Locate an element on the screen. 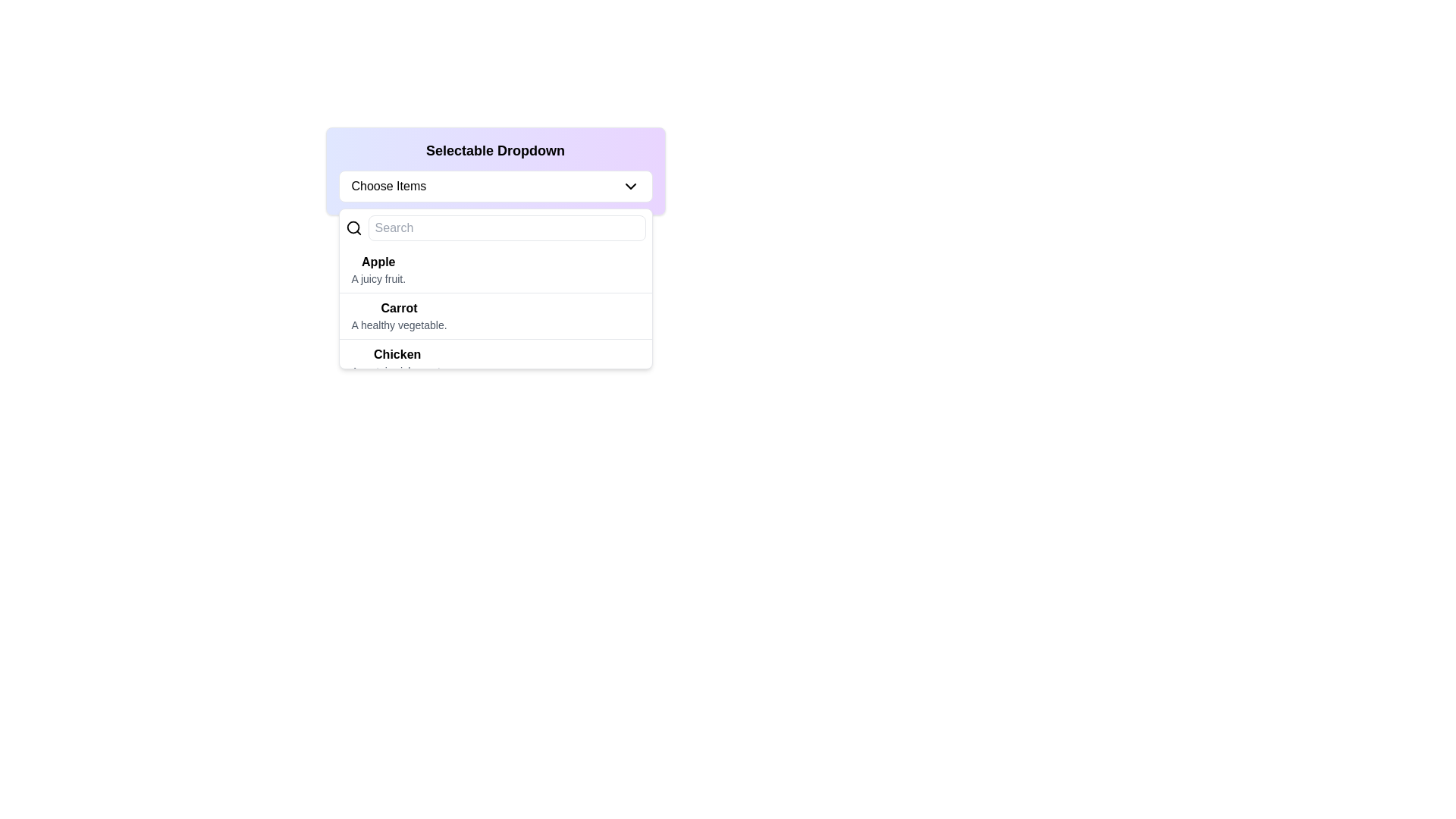  the first item in the dropdown list labeled 'Apple' by clicking on it is located at coordinates (378, 268).